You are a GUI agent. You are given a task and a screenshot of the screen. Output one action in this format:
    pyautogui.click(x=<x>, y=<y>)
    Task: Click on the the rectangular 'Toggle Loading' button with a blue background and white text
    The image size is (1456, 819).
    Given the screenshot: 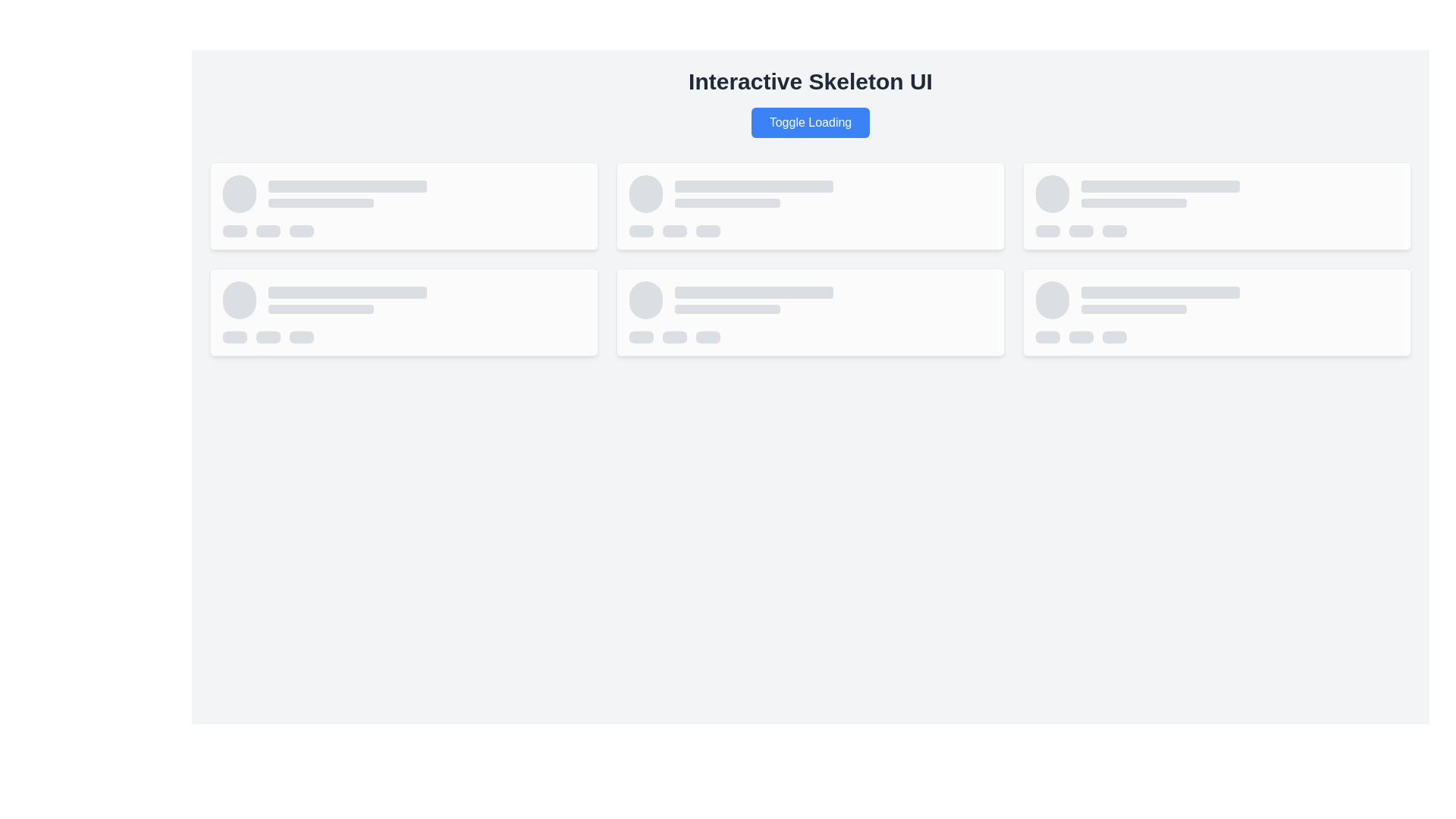 What is the action you would take?
    pyautogui.click(x=809, y=122)
    